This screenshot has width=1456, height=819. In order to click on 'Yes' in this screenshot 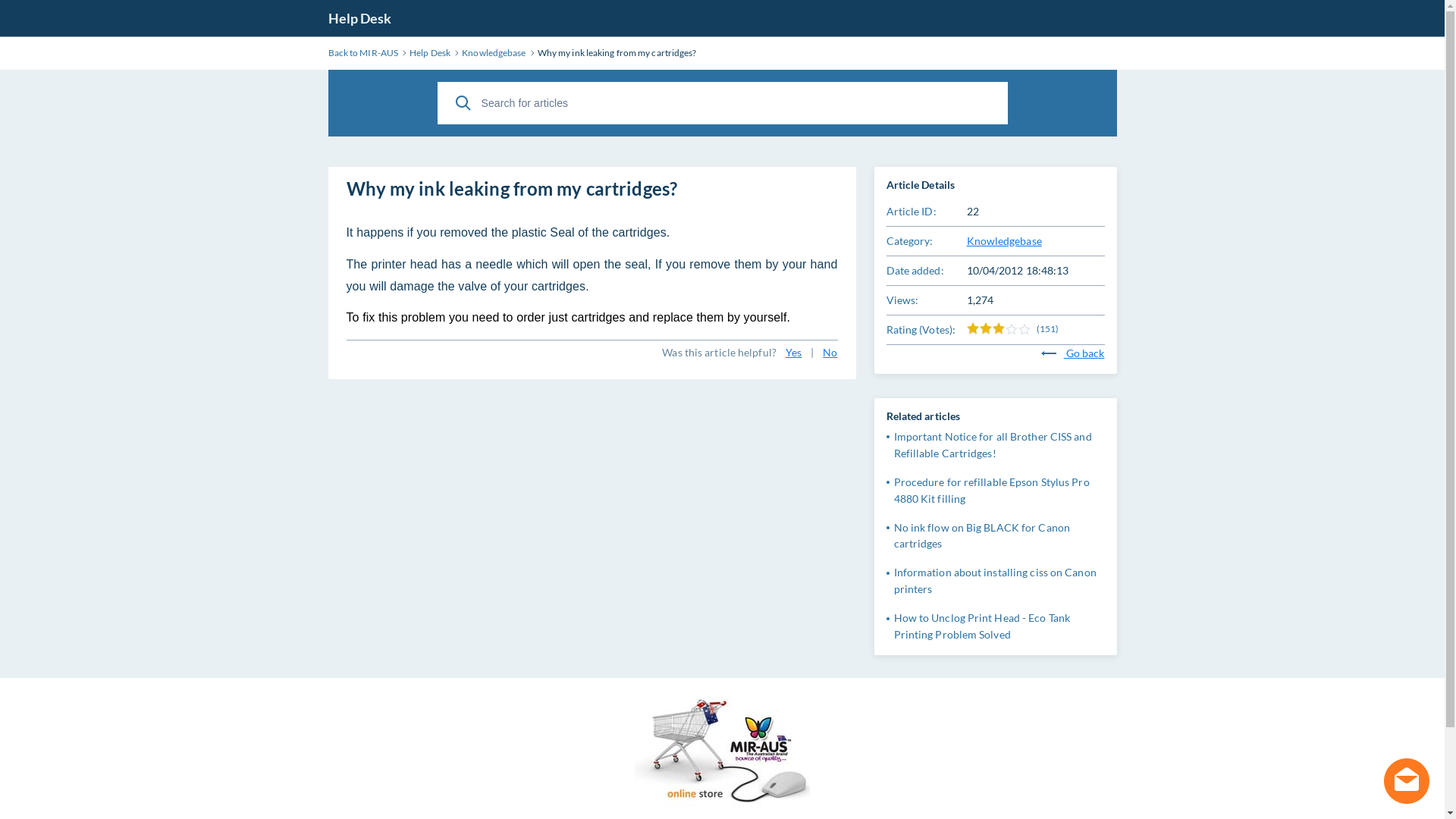, I will do `click(792, 353)`.